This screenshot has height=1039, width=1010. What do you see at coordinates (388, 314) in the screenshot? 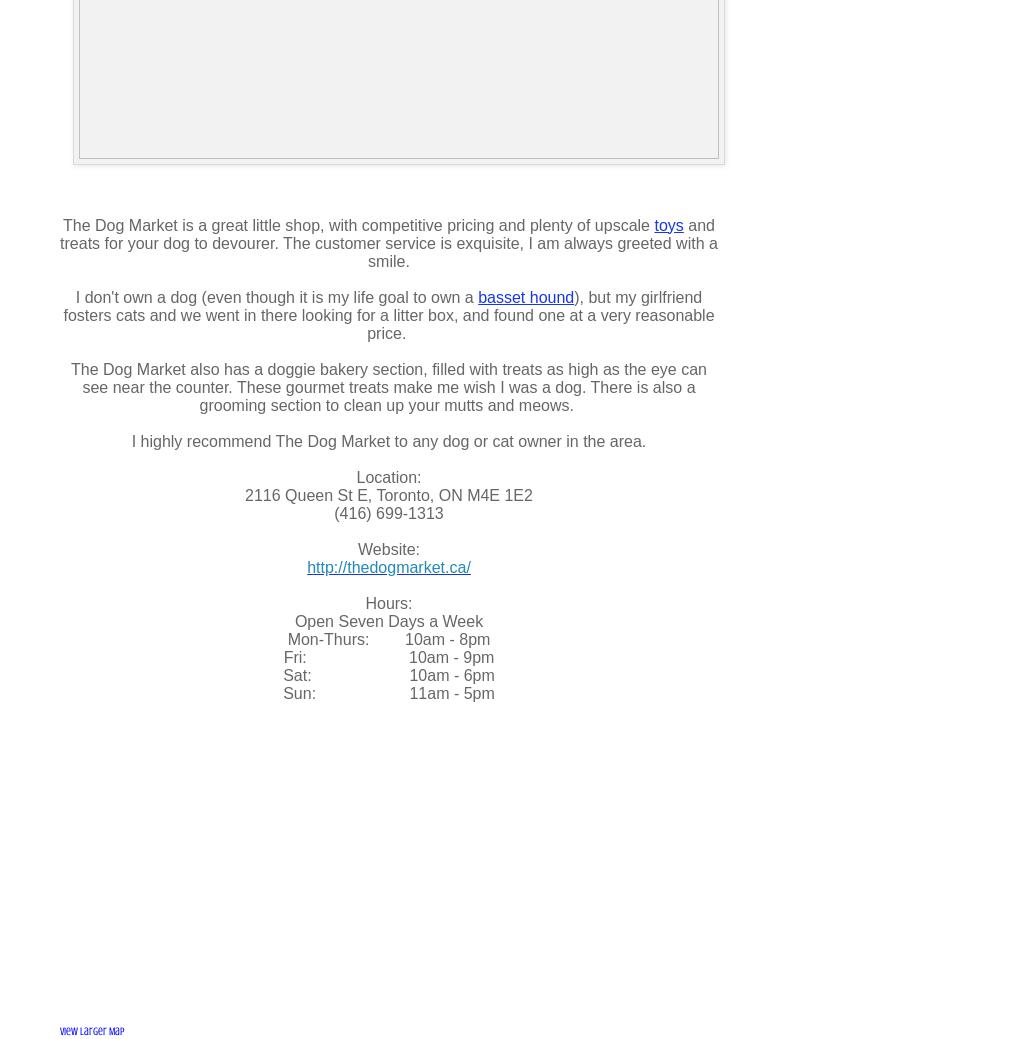
I see `'), but my girlfriend fosters cats and we went in there looking for a litter box, and found one at a very reasonable price.'` at bounding box center [388, 314].